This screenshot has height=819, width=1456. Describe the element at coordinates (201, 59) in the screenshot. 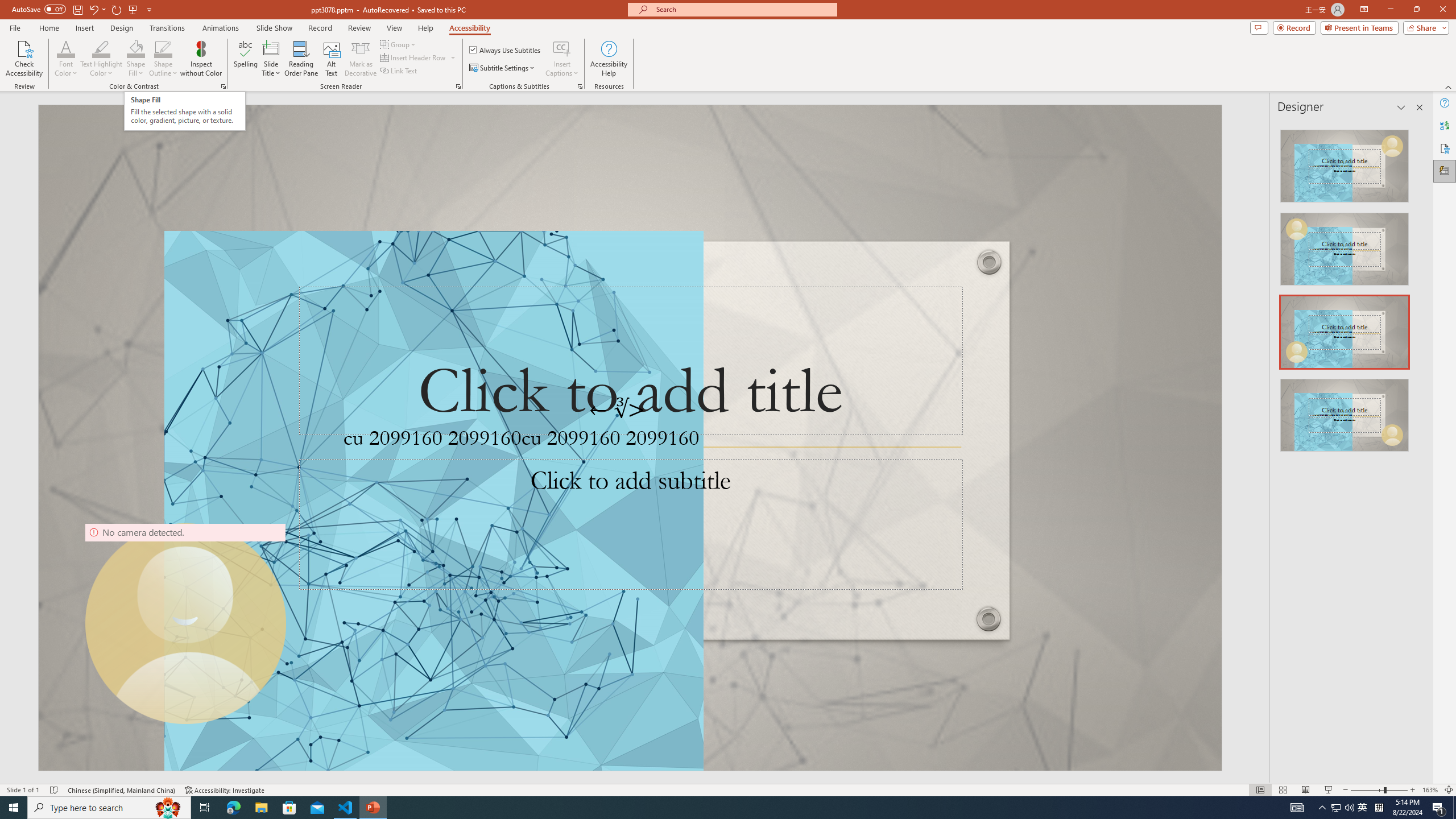

I see `'Inspect without Color'` at that location.